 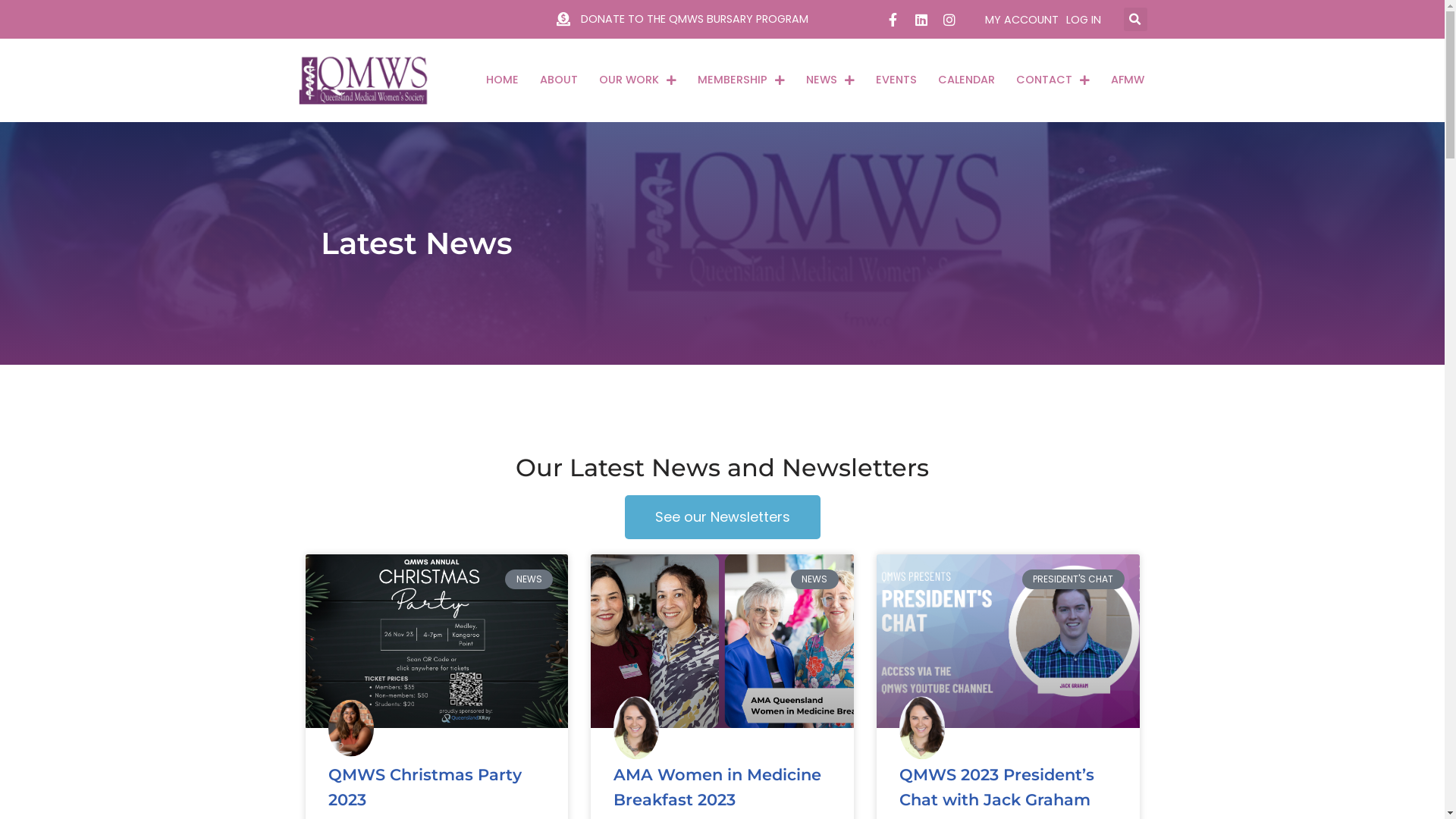 What do you see at coordinates (424, 786) in the screenshot?
I see `'QMWS Christmas Party 2023'` at bounding box center [424, 786].